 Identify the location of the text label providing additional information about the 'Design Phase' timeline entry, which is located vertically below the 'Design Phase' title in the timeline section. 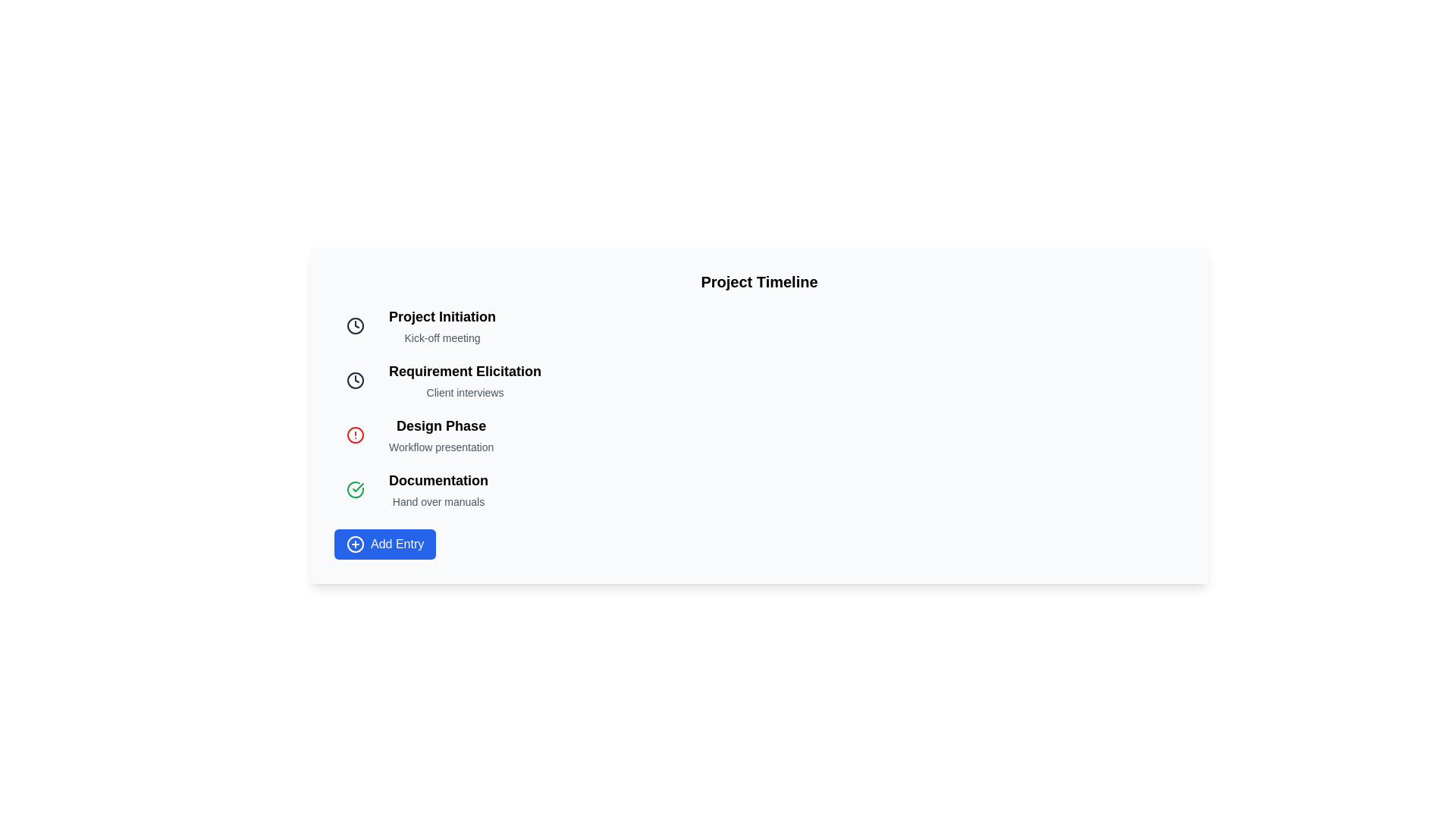
(441, 447).